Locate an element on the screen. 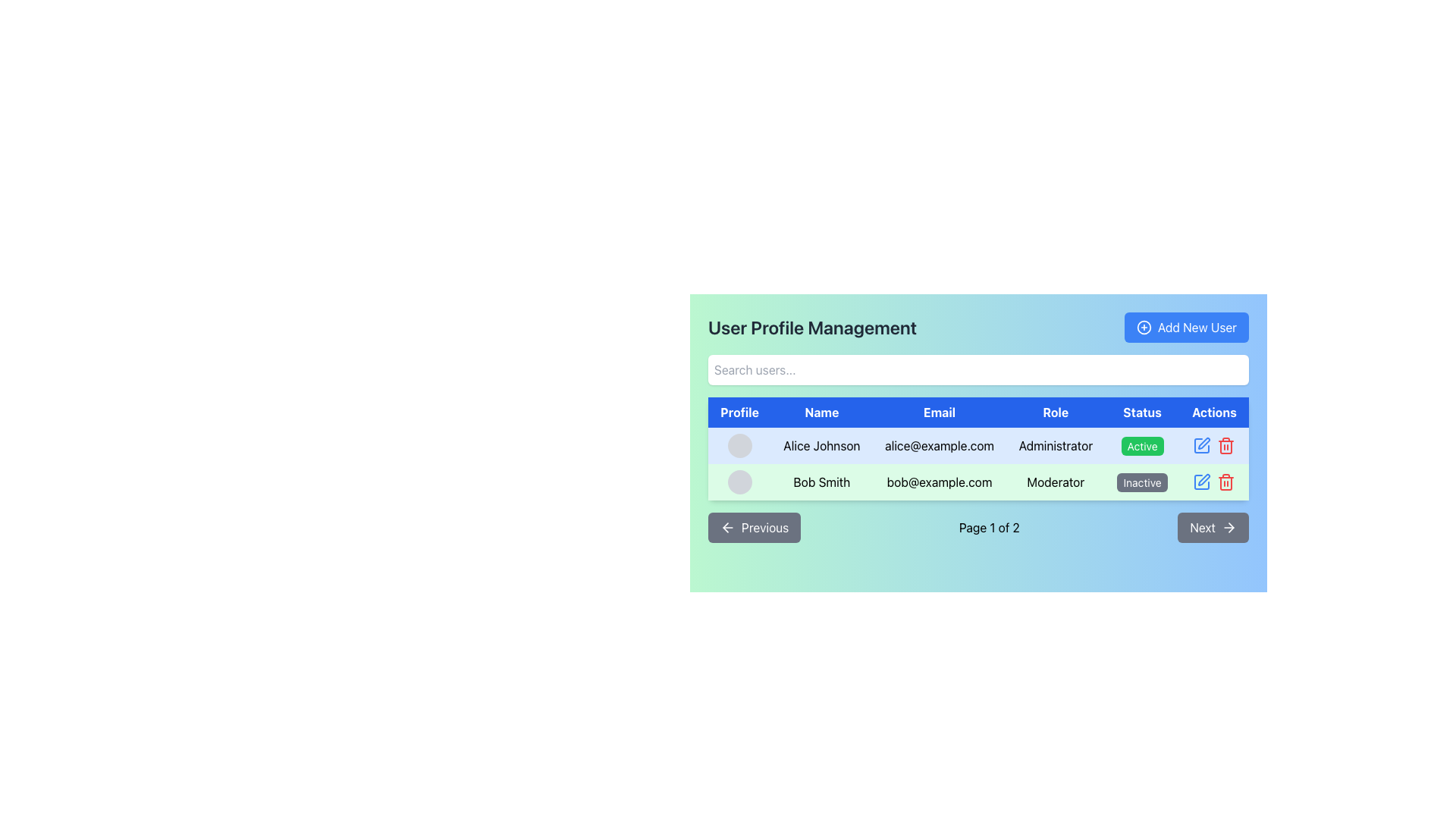  the text label 'Role' in the header row of the table is located at coordinates (1055, 412).